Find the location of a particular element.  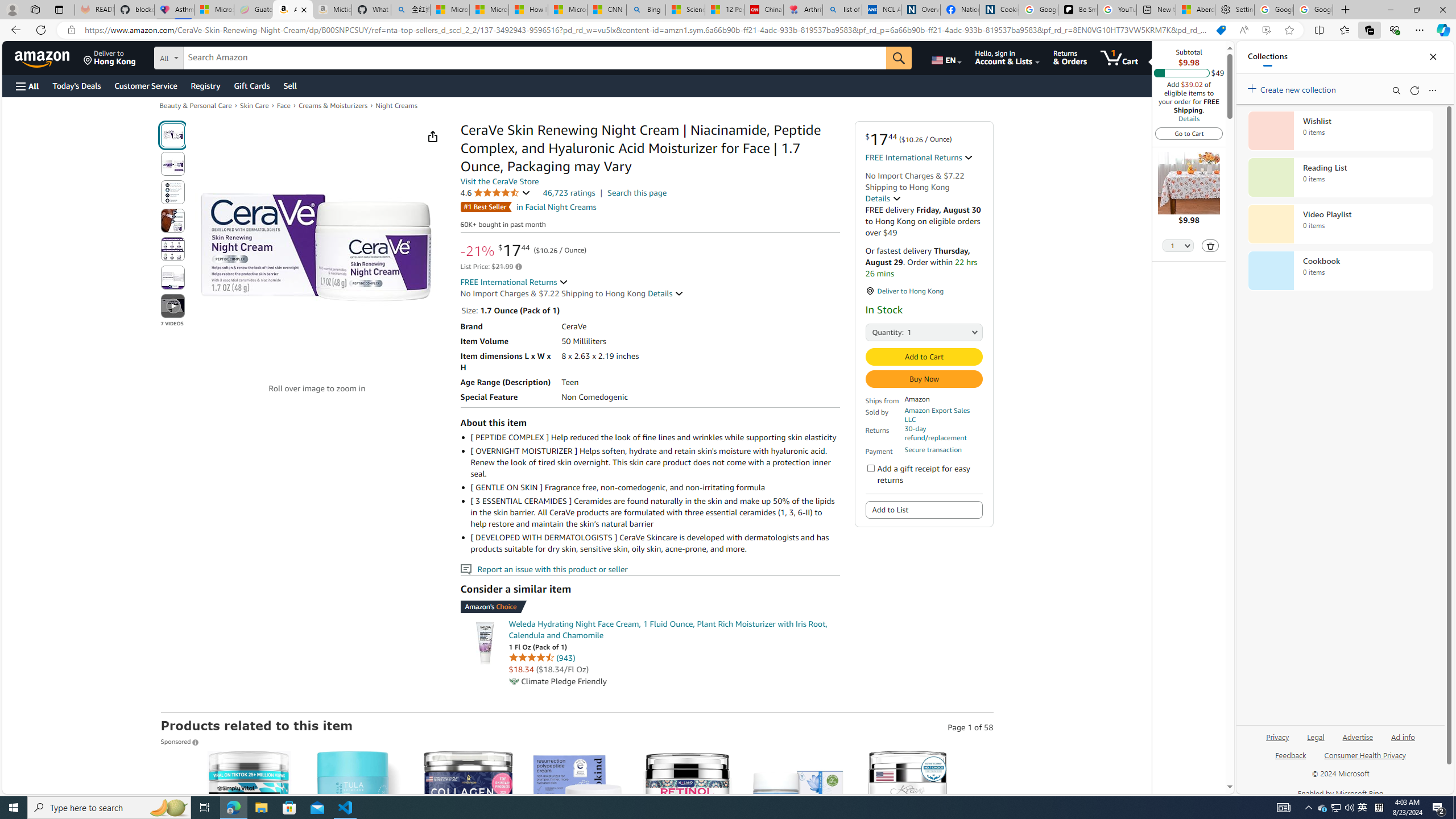

'FREE International Returns ' is located at coordinates (514, 282).